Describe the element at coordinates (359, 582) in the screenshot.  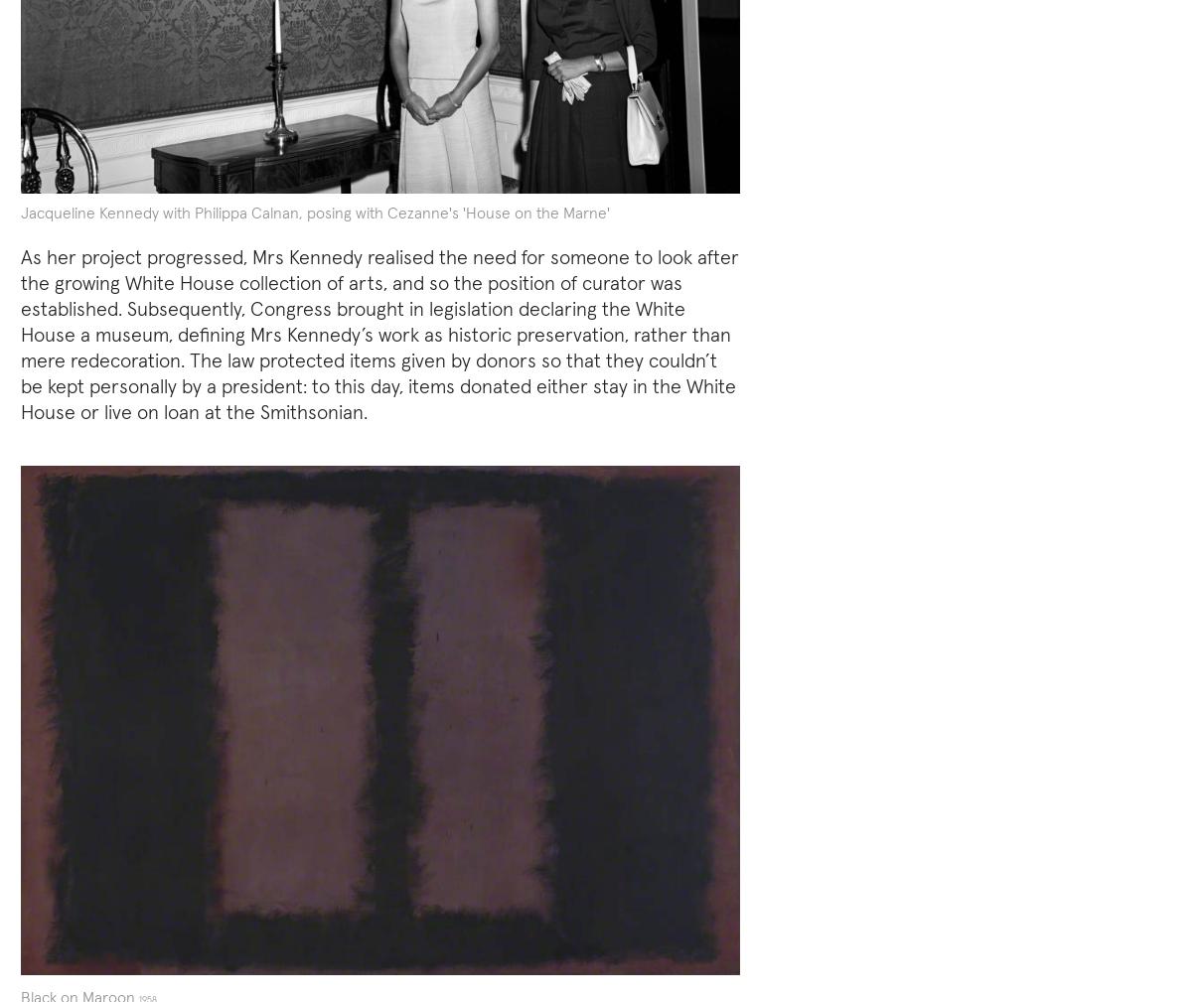
I see `'by satirist'` at that location.